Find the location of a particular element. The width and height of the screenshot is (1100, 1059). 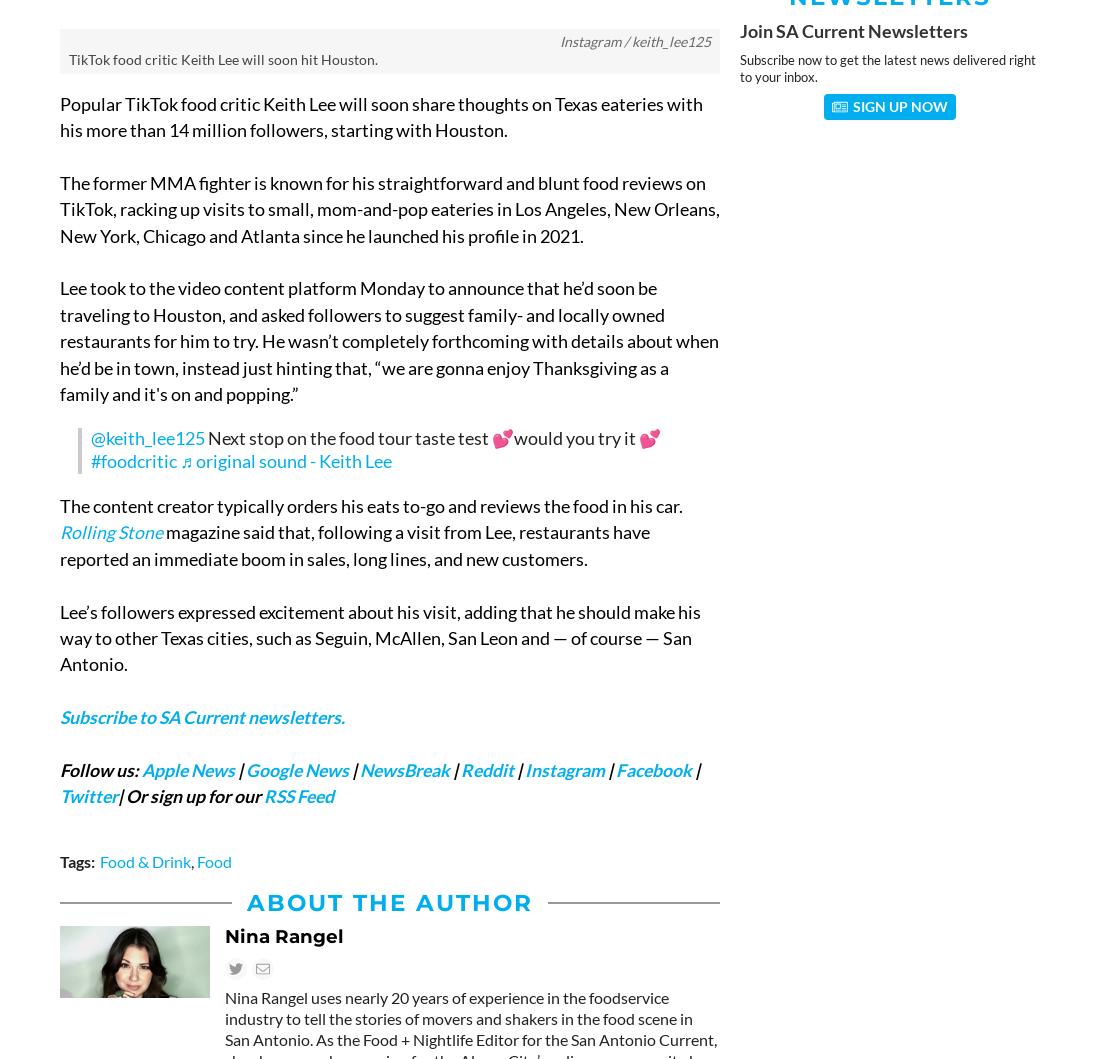

'@keith_lee125' is located at coordinates (90, 438).